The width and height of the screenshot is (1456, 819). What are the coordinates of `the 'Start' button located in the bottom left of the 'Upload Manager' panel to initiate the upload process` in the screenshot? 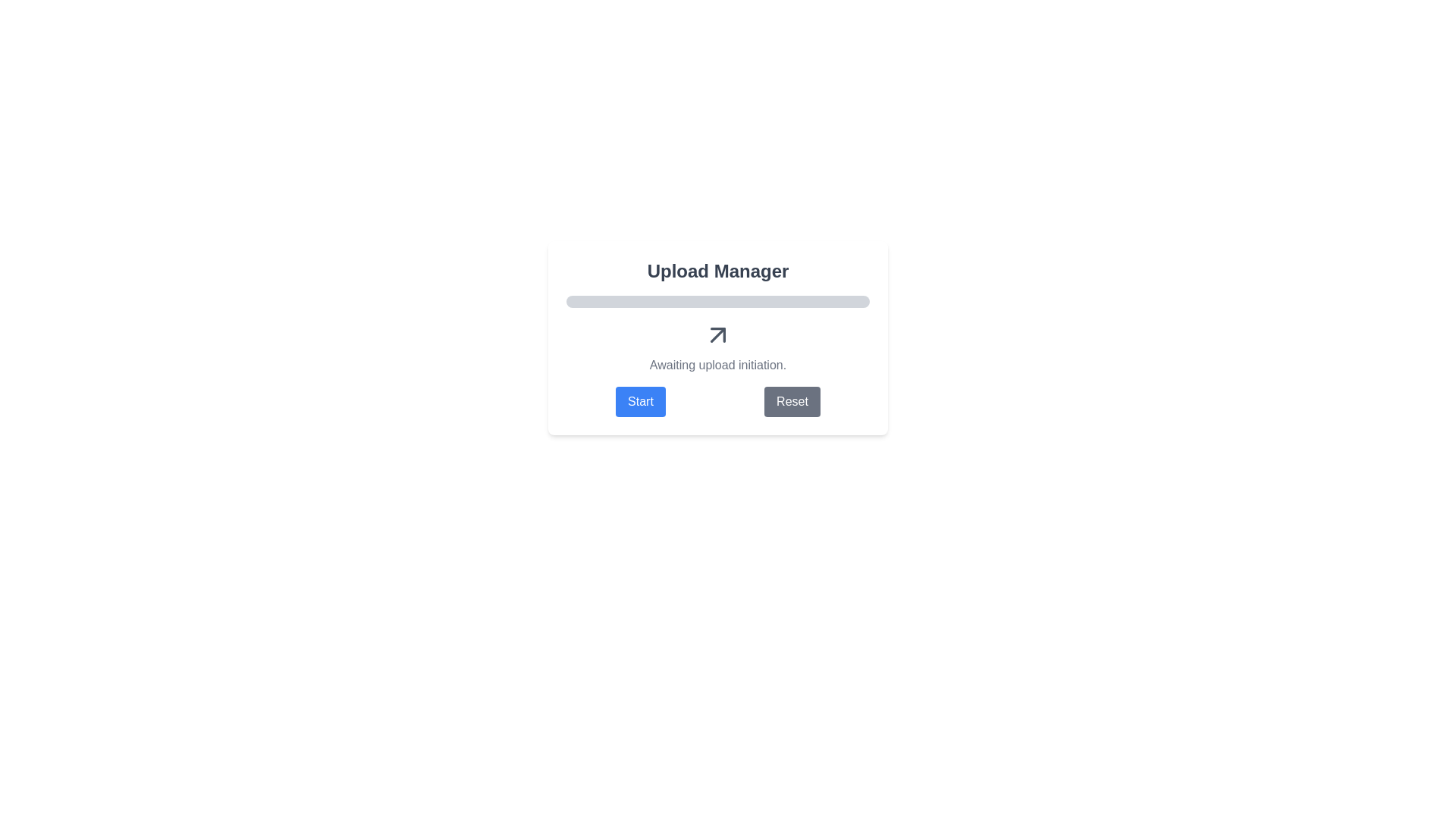 It's located at (640, 400).